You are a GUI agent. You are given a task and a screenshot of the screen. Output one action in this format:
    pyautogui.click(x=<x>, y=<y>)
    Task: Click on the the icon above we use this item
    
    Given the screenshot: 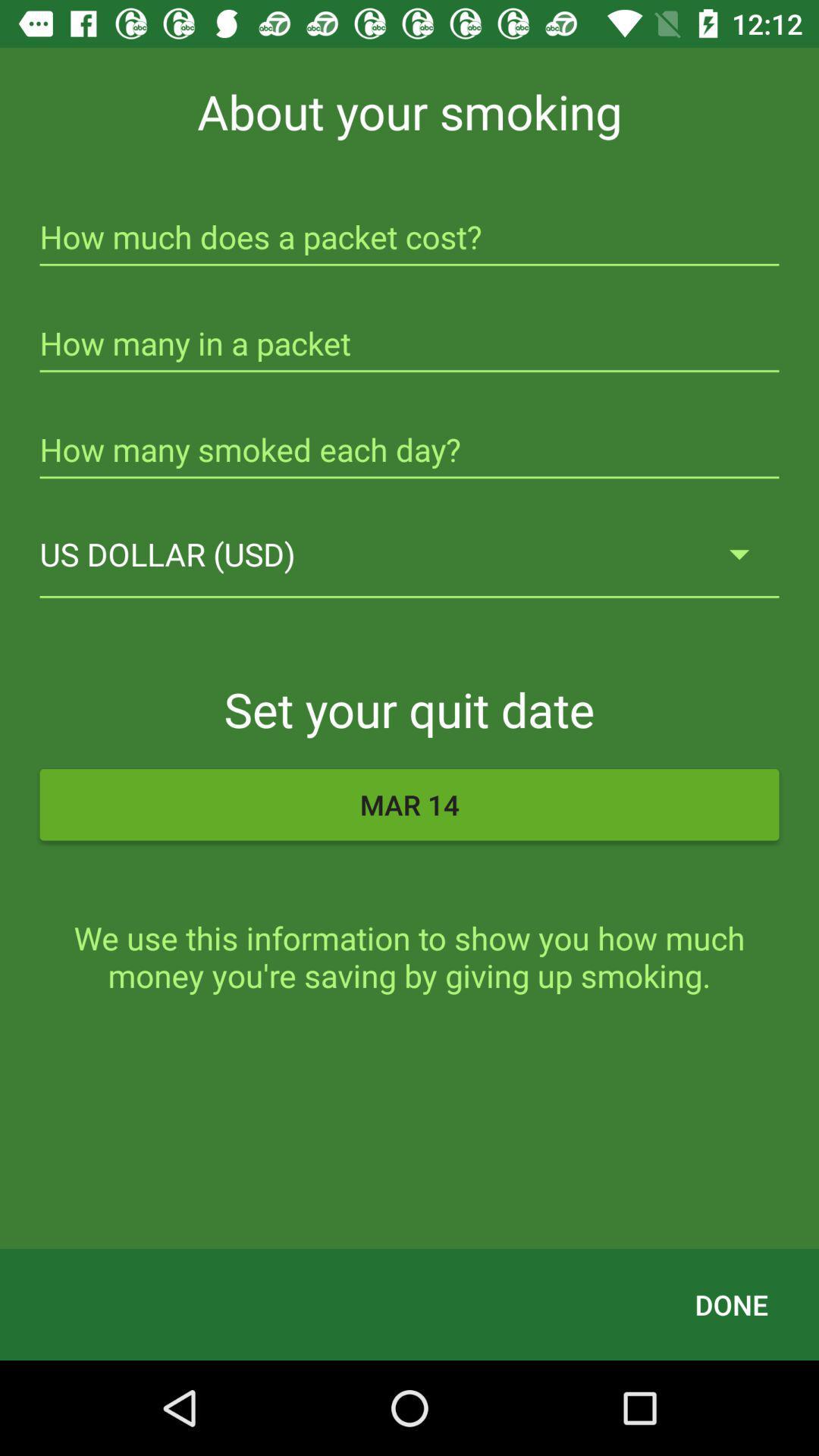 What is the action you would take?
    pyautogui.click(x=409, y=804)
    